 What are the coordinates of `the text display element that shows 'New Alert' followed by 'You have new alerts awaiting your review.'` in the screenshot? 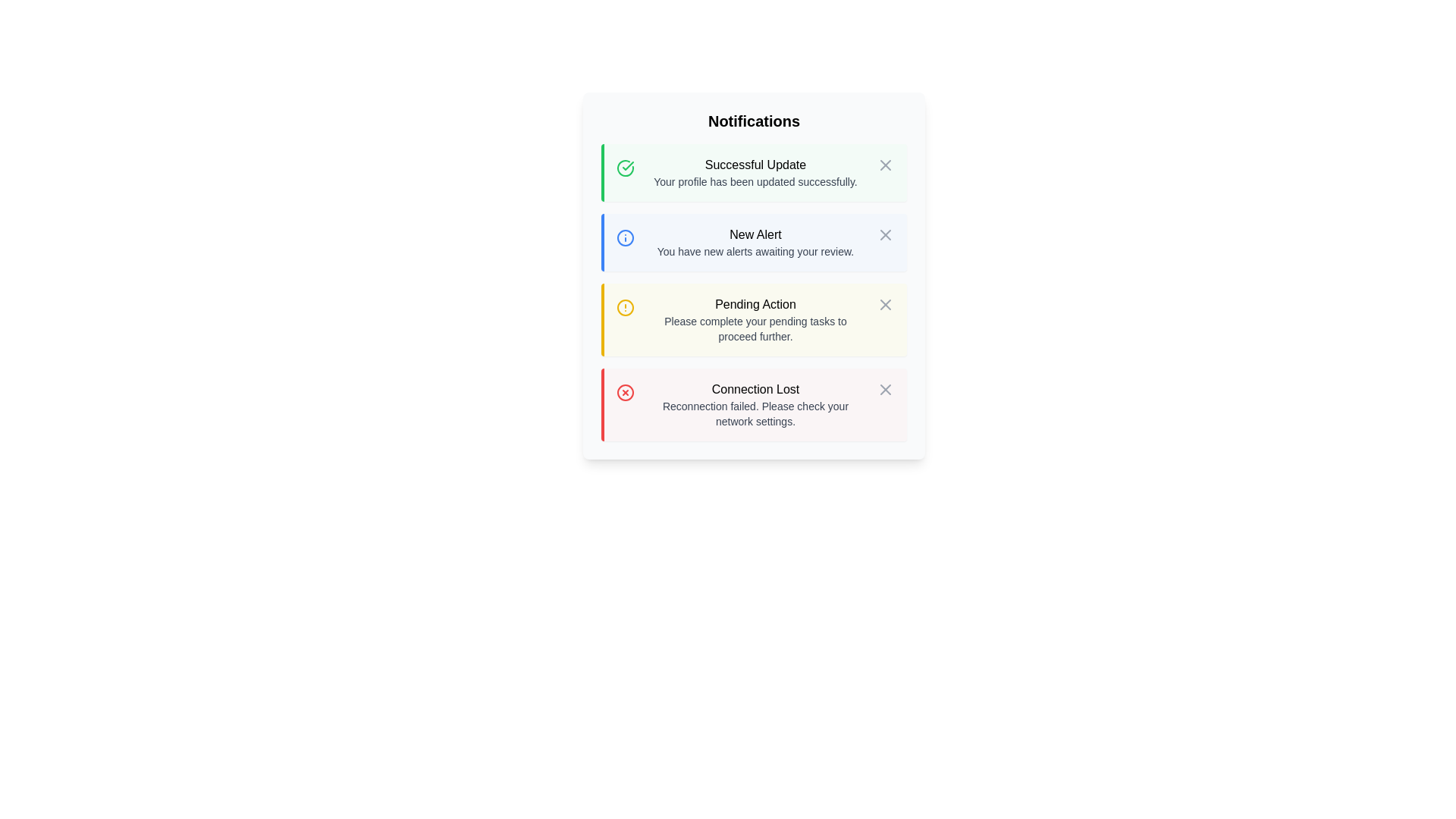 It's located at (755, 242).